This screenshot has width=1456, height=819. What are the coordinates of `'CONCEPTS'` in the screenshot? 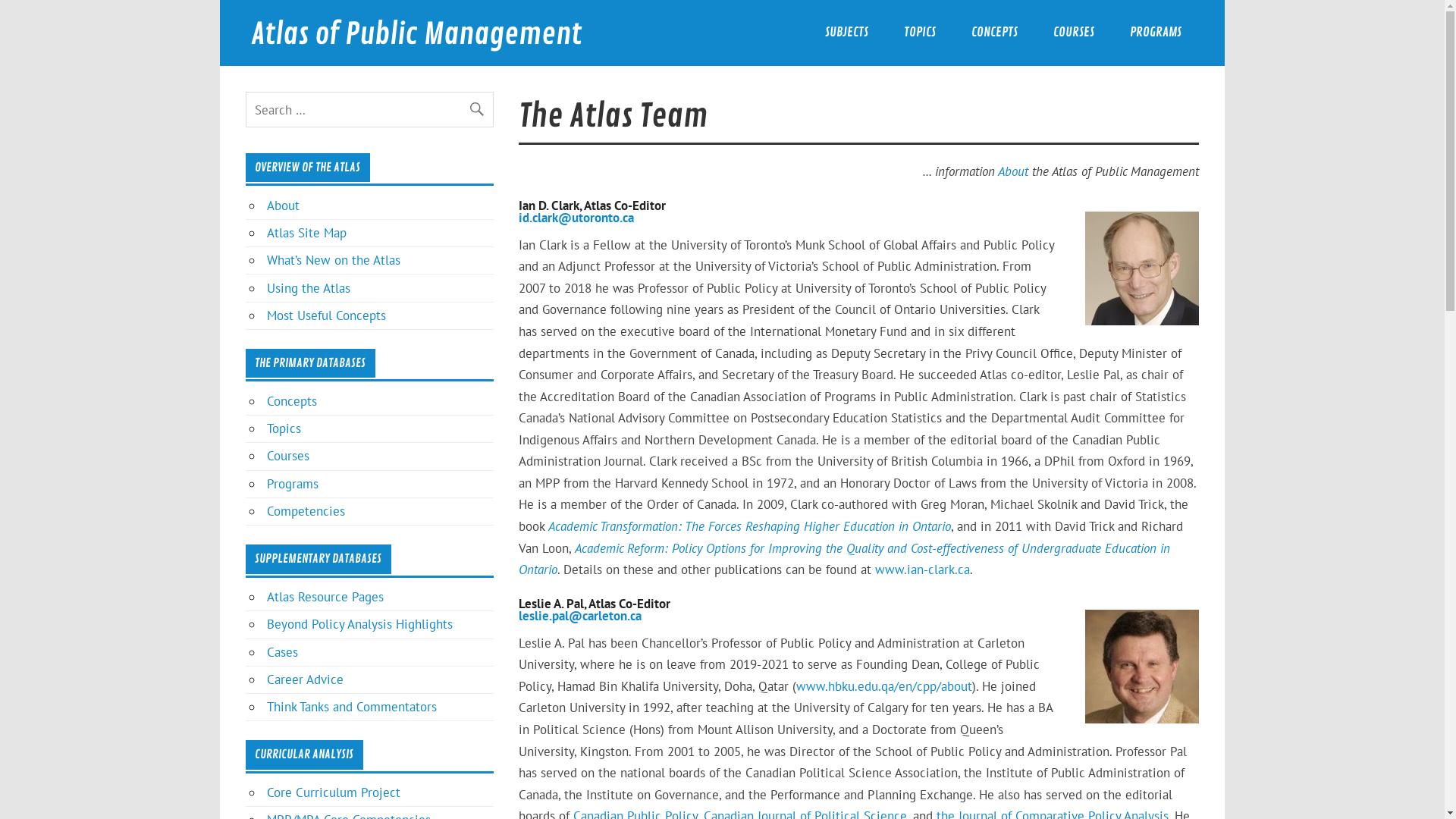 It's located at (993, 33).